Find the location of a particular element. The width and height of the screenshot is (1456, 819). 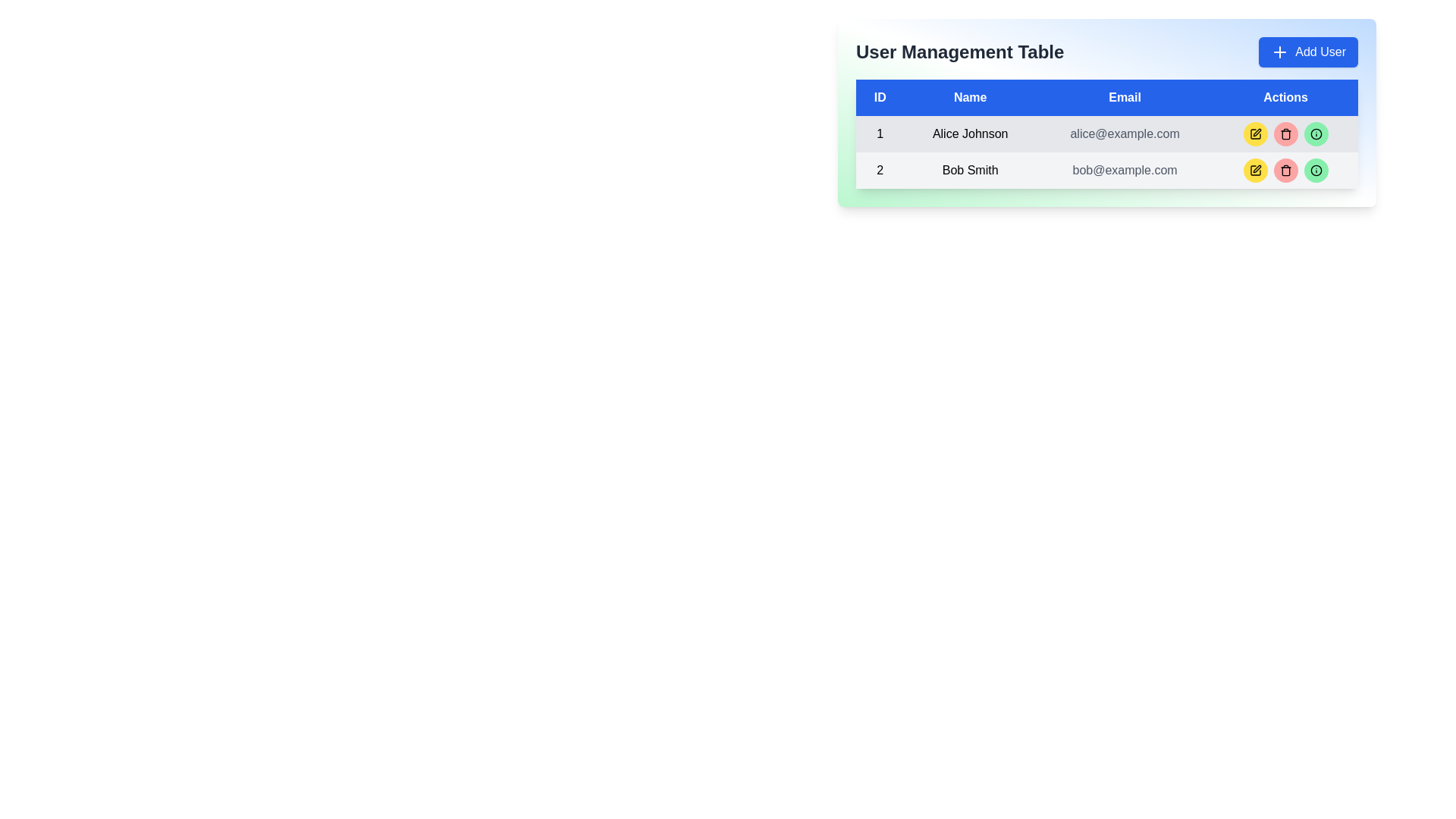

the yellow circular button with a pen icon in the actions column of the first row of the user table is located at coordinates (1255, 133).